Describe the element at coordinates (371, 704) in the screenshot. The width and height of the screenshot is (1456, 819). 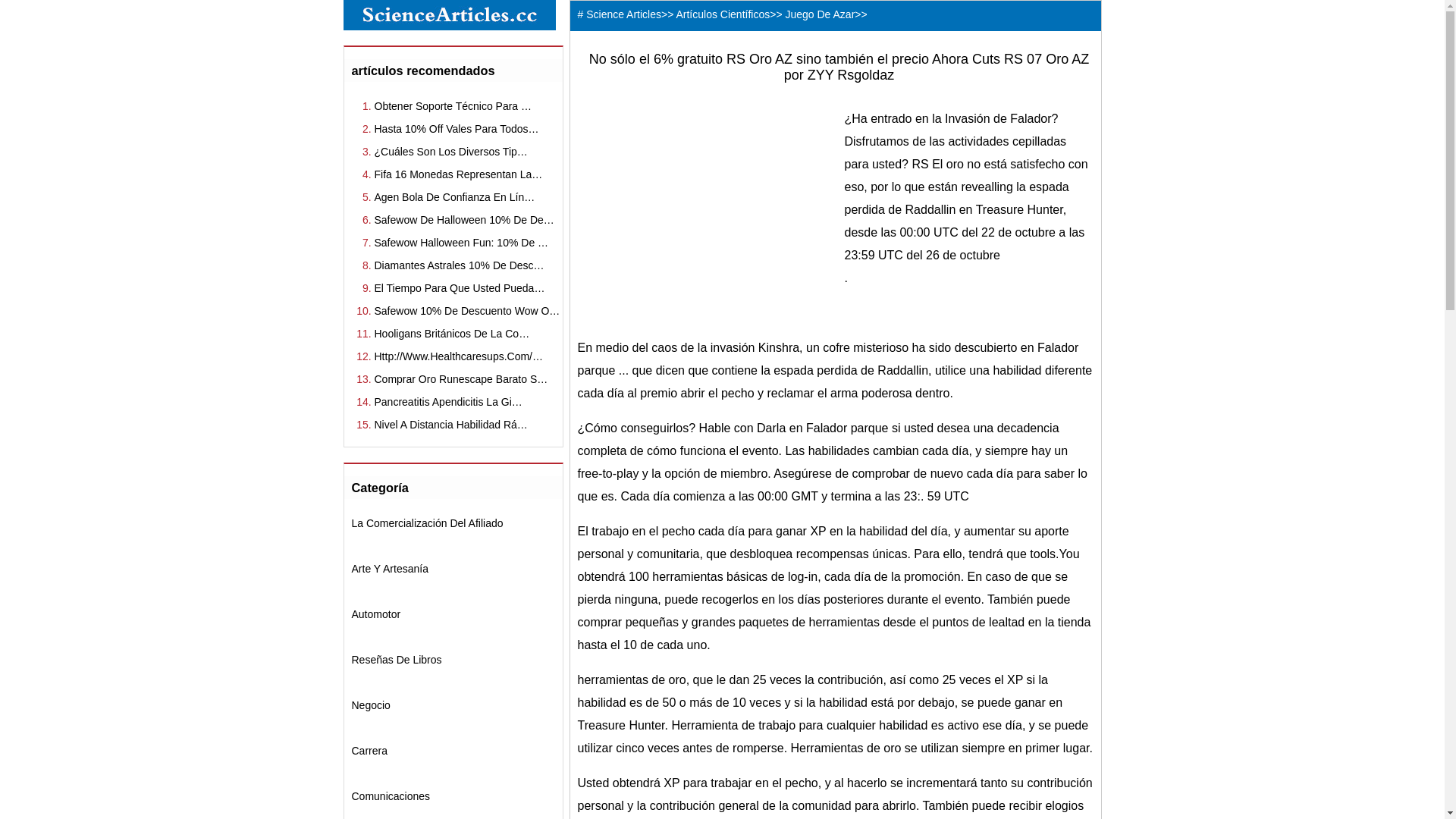
I see `'Negocio'` at that location.